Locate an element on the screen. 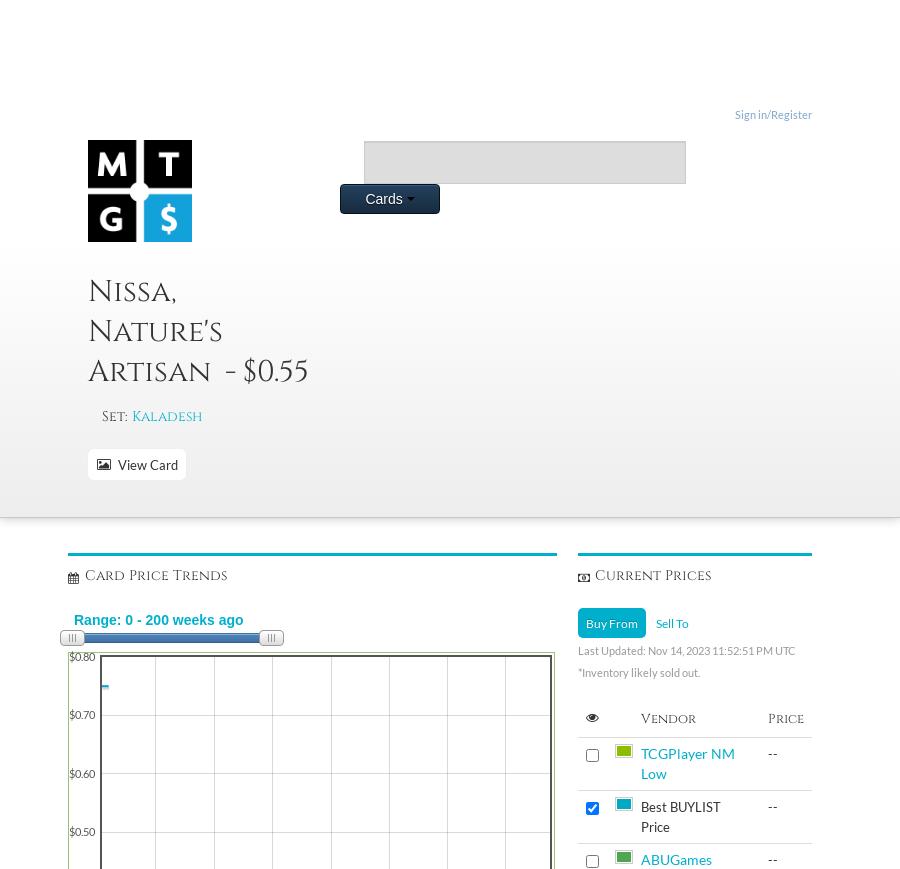 This screenshot has width=900, height=869. 'Card Price
                                Trends' is located at coordinates (83, 575).